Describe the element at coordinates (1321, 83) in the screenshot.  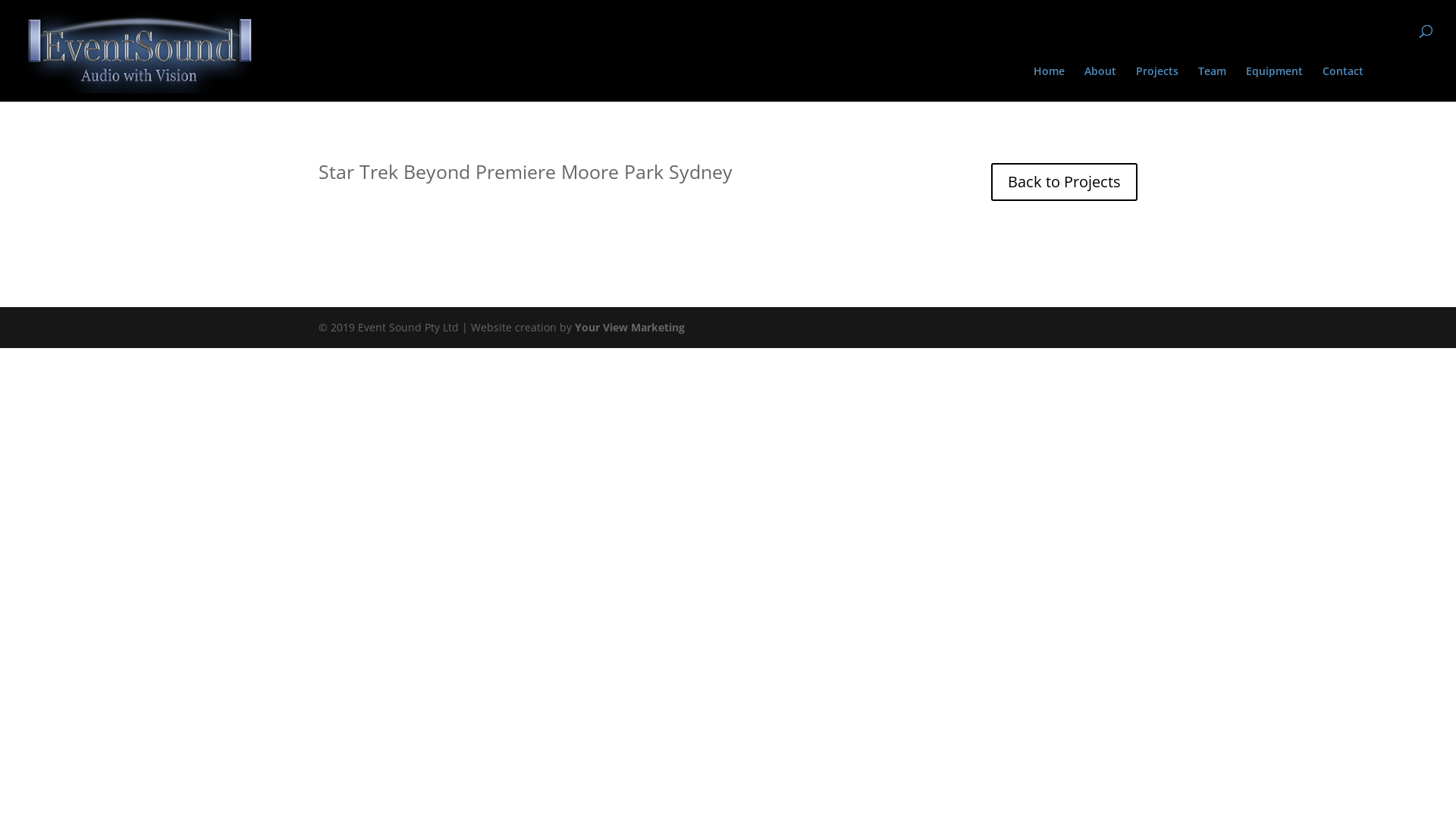
I see `'Contact'` at that location.